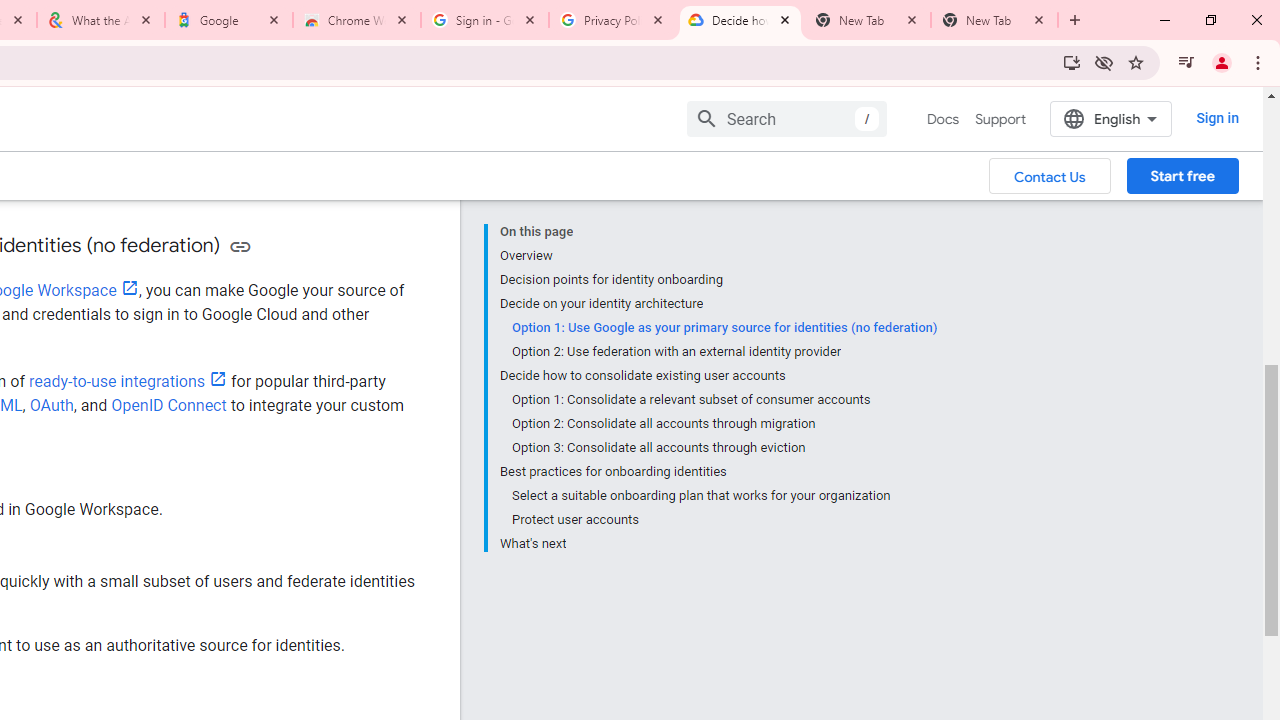 This screenshot has height=720, width=1280. Describe the element at coordinates (1185, 61) in the screenshot. I see `'Control your music, videos, and more'` at that location.